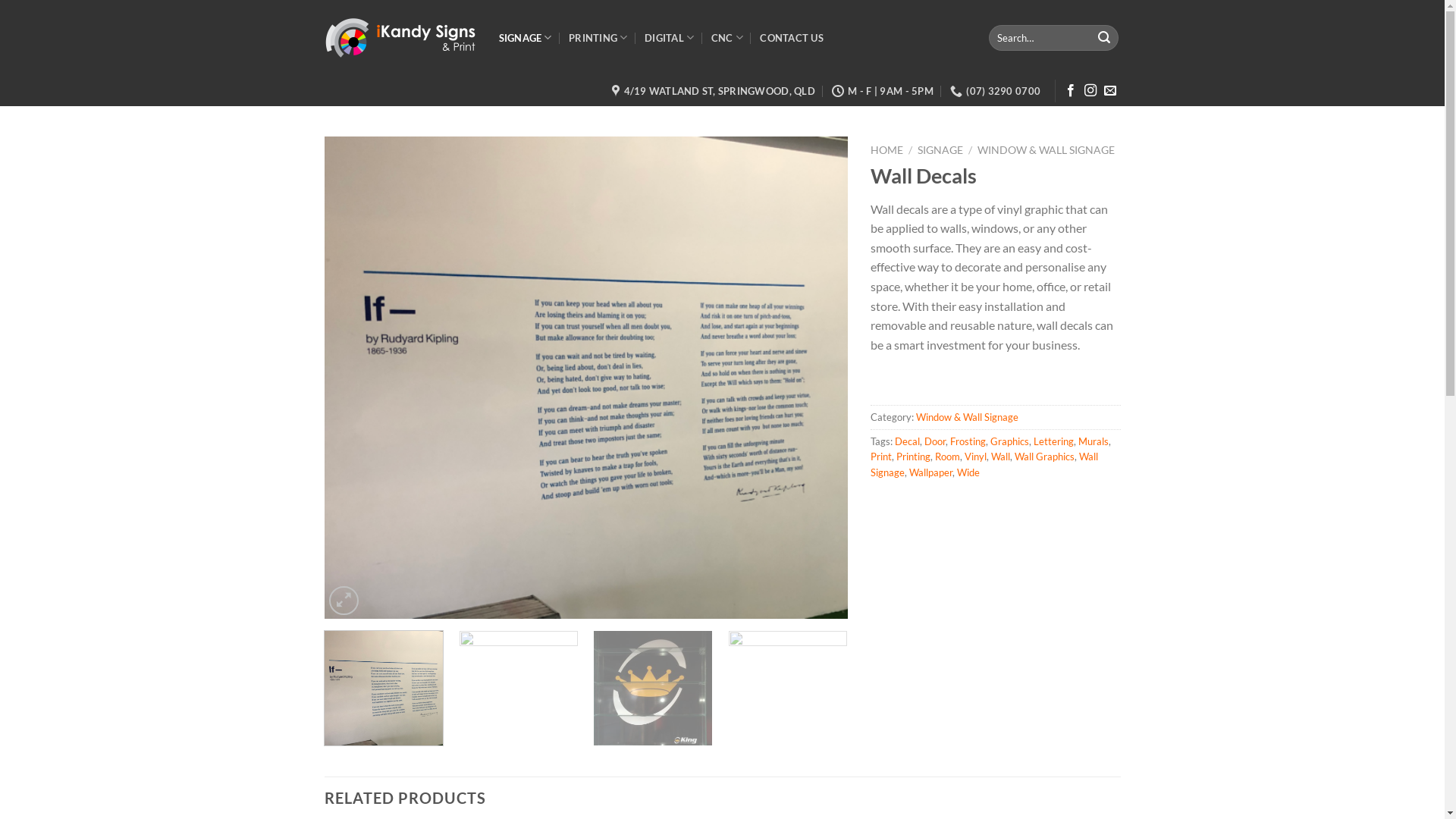  I want to click on 'Wallpaper', so click(929, 472).